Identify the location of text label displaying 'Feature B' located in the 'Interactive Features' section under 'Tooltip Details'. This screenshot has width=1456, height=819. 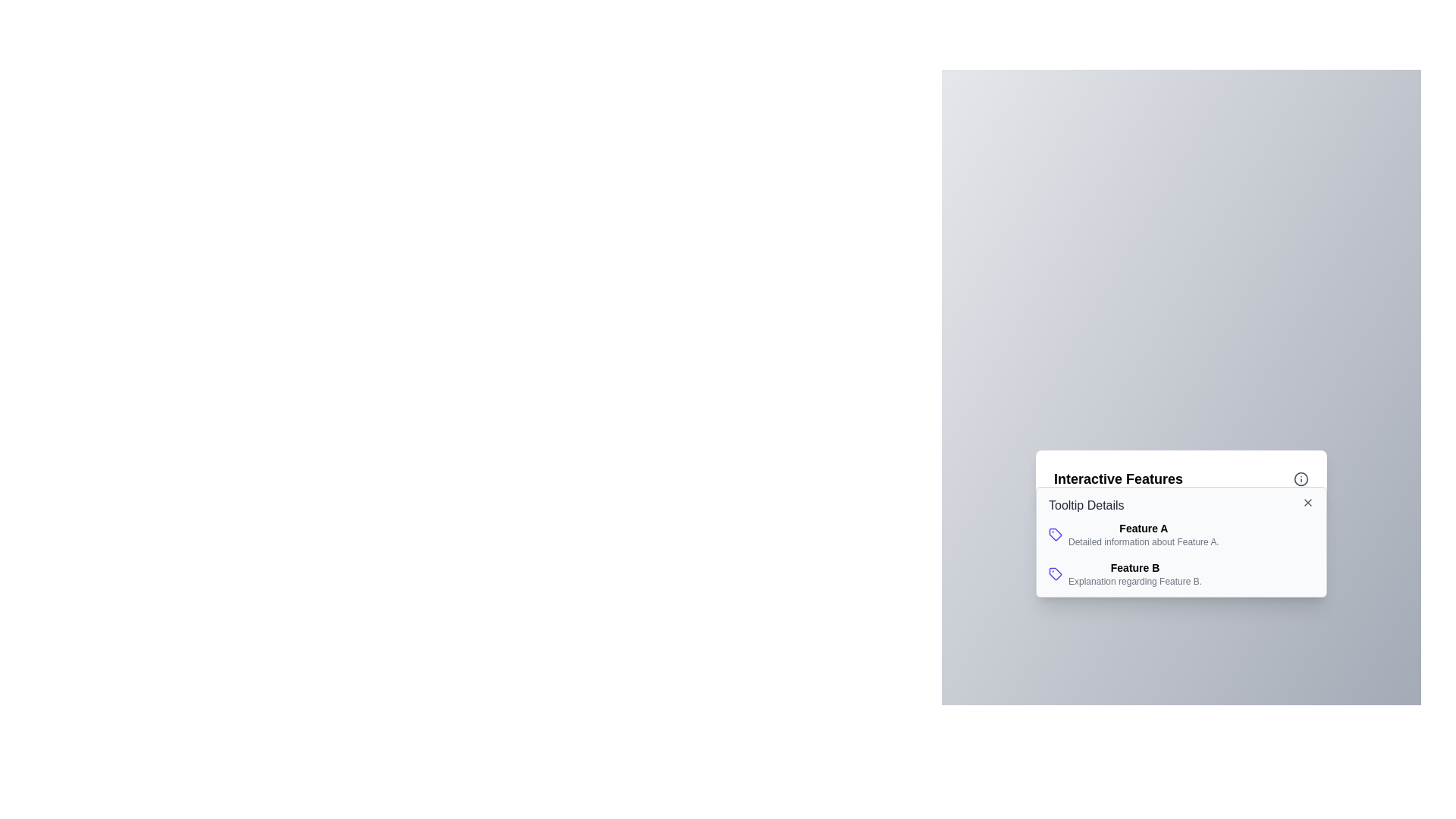
(1135, 567).